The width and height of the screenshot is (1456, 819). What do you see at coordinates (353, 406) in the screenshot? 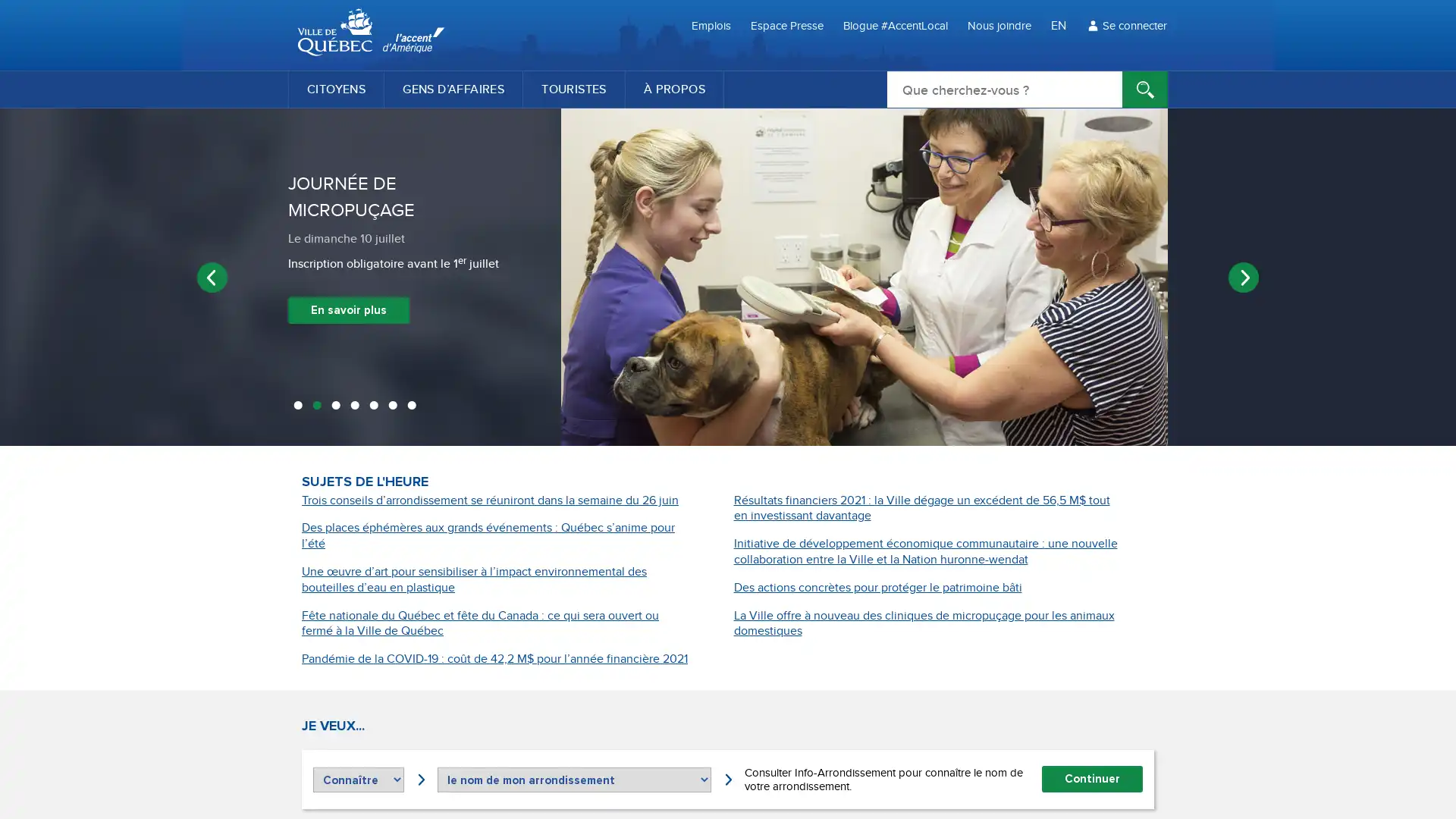
I see `Diapositive numero 4` at bounding box center [353, 406].